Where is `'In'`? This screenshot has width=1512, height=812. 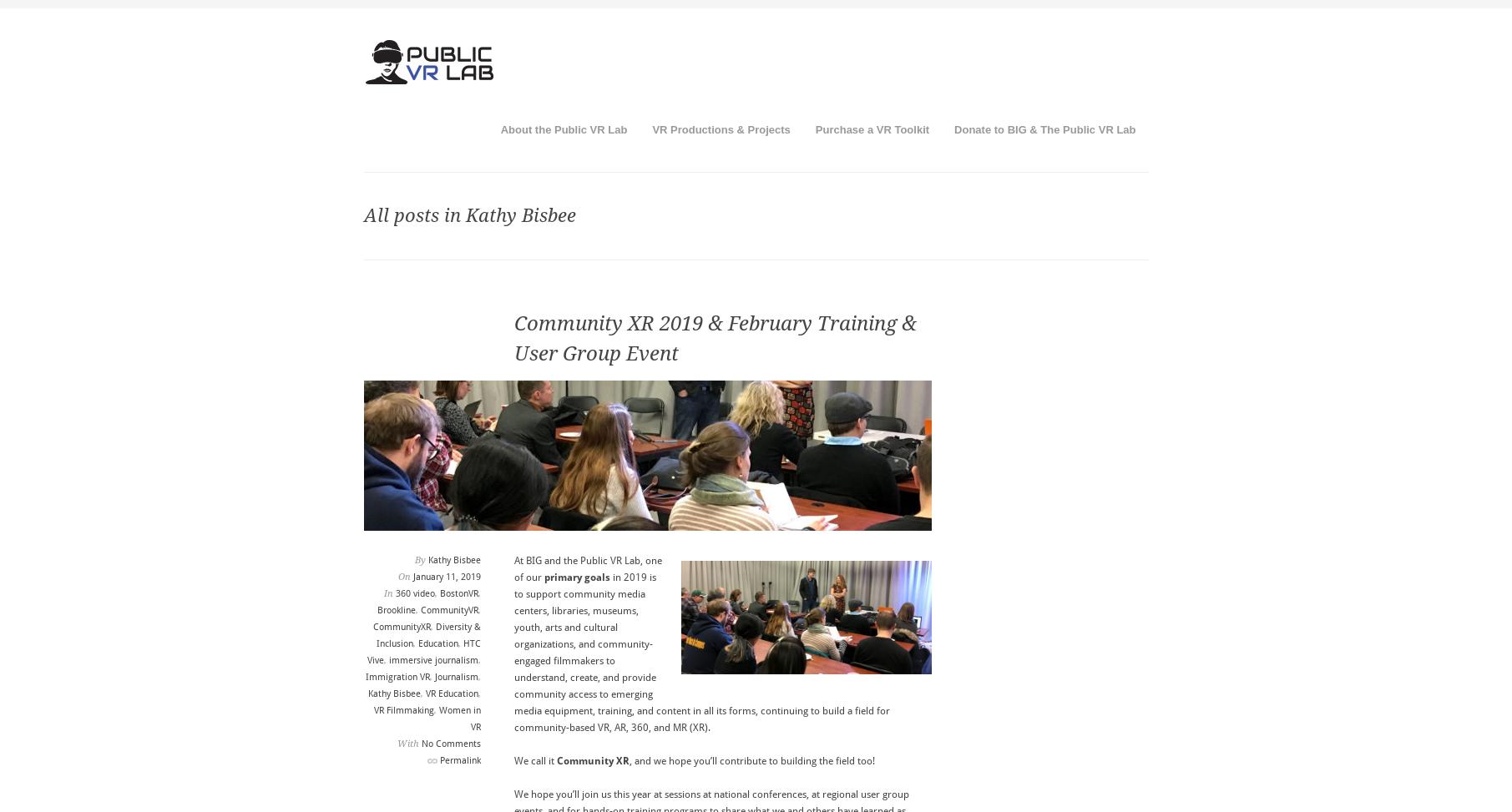 'In' is located at coordinates (388, 593).